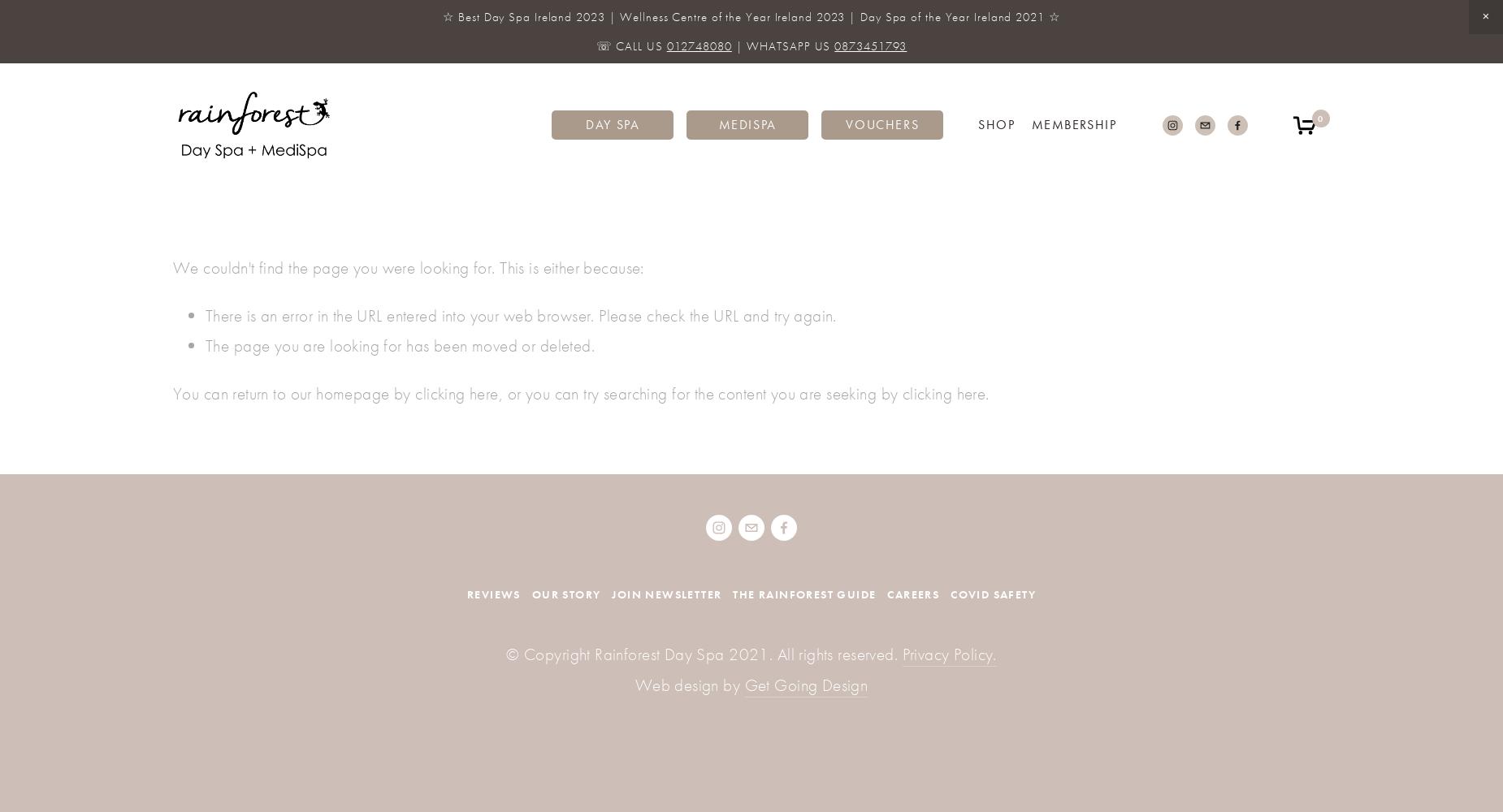  What do you see at coordinates (948, 654) in the screenshot?
I see `'Privacy Policy.'` at bounding box center [948, 654].